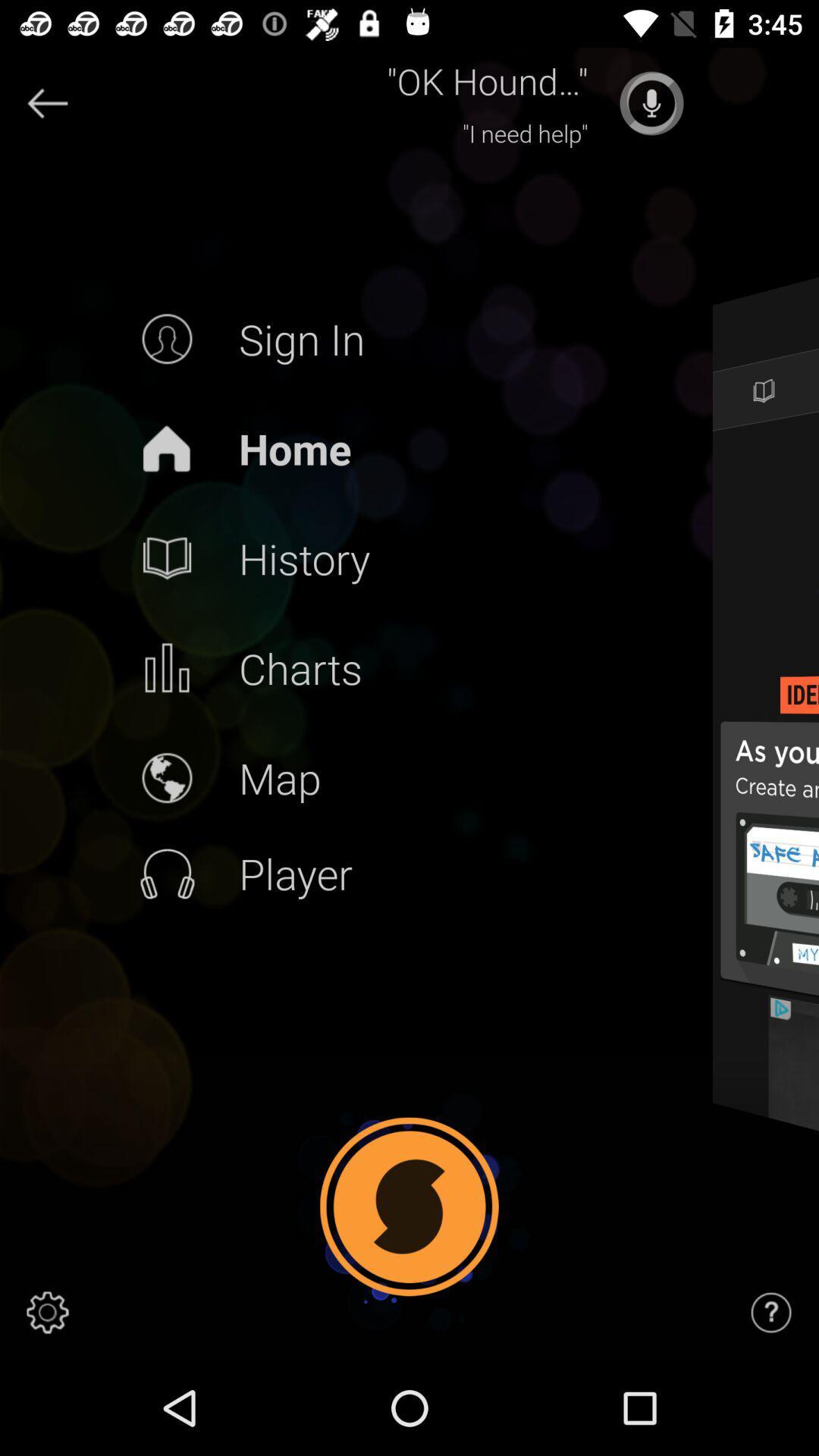 The height and width of the screenshot is (1456, 819). What do you see at coordinates (651, 102) in the screenshot?
I see `press to talk` at bounding box center [651, 102].